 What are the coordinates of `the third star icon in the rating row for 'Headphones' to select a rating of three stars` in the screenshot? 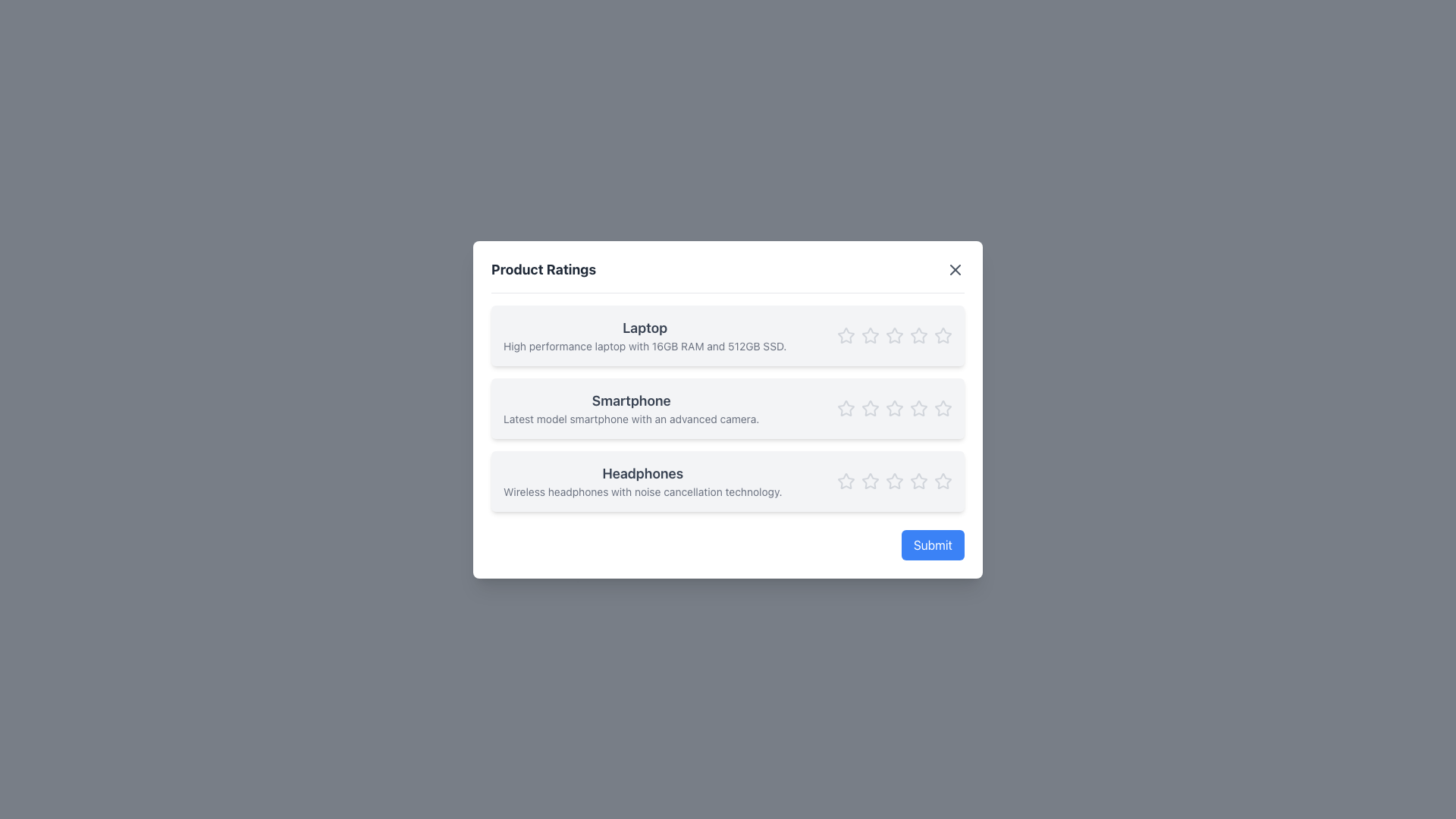 It's located at (918, 481).